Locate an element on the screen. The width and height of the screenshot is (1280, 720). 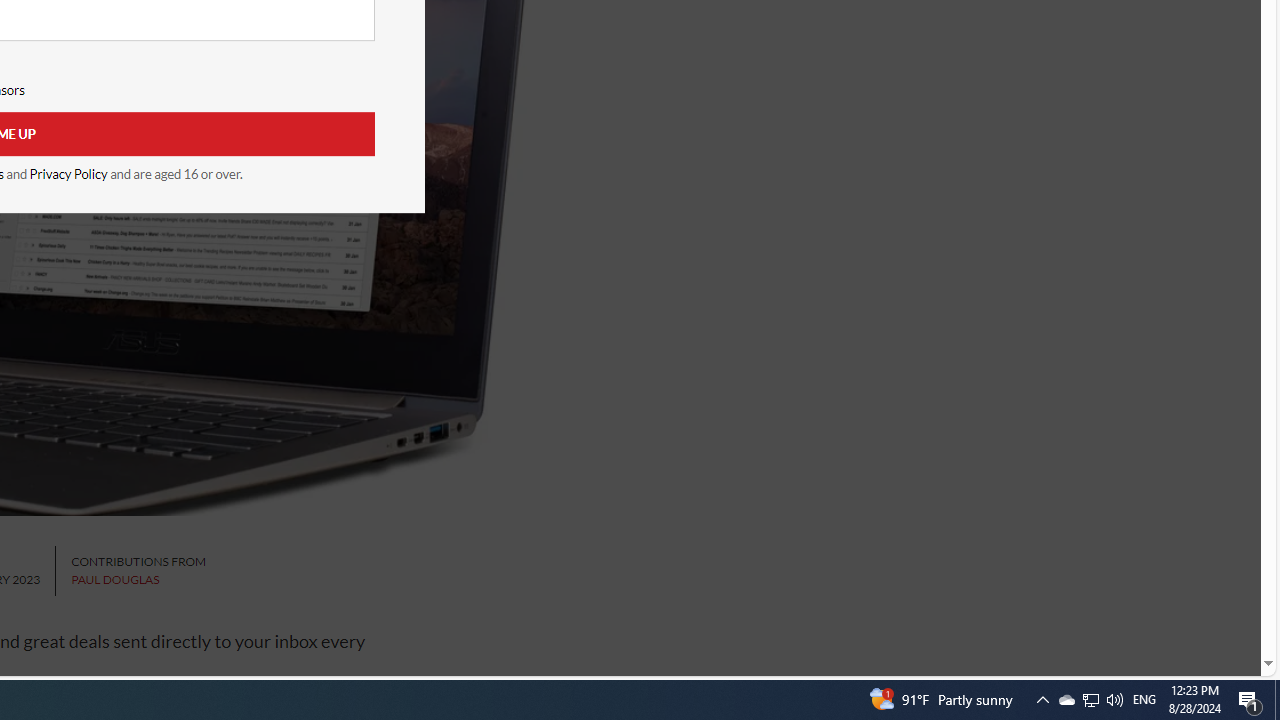
'PAUL DOUGLAS' is located at coordinates (114, 579).